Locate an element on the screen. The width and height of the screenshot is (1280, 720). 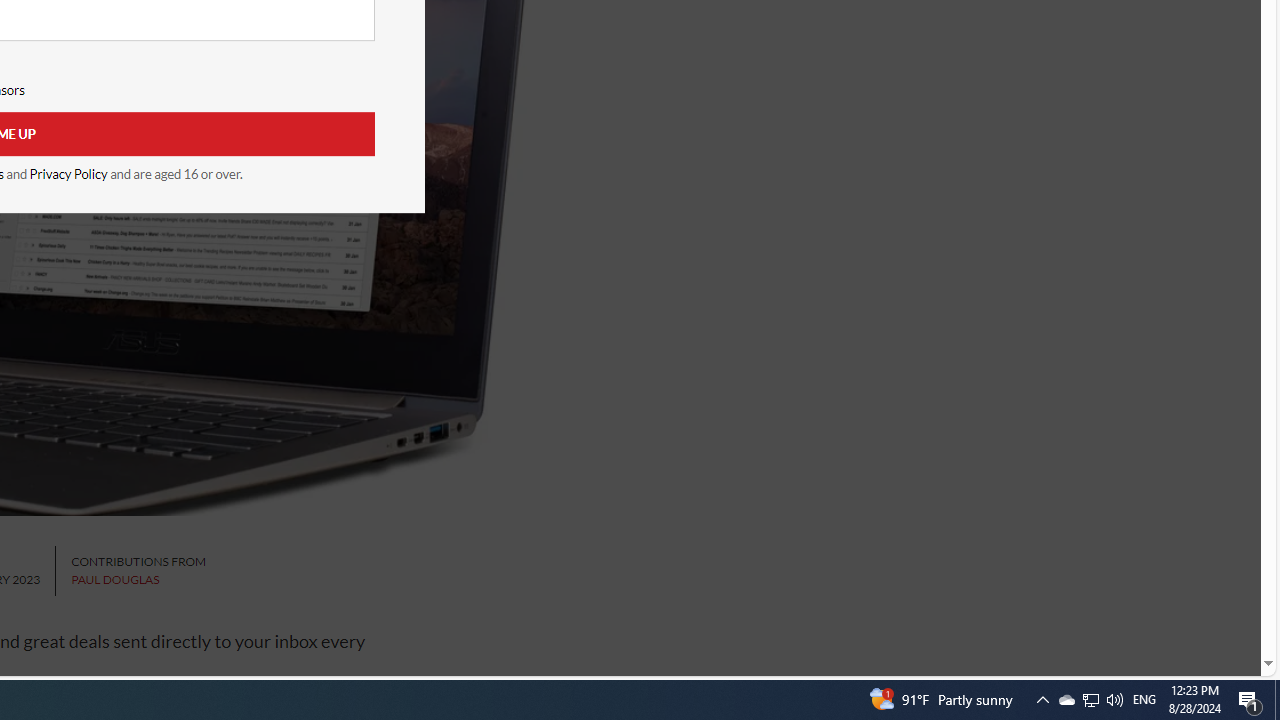
'PAUL DOUGLAS' is located at coordinates (114, 579).